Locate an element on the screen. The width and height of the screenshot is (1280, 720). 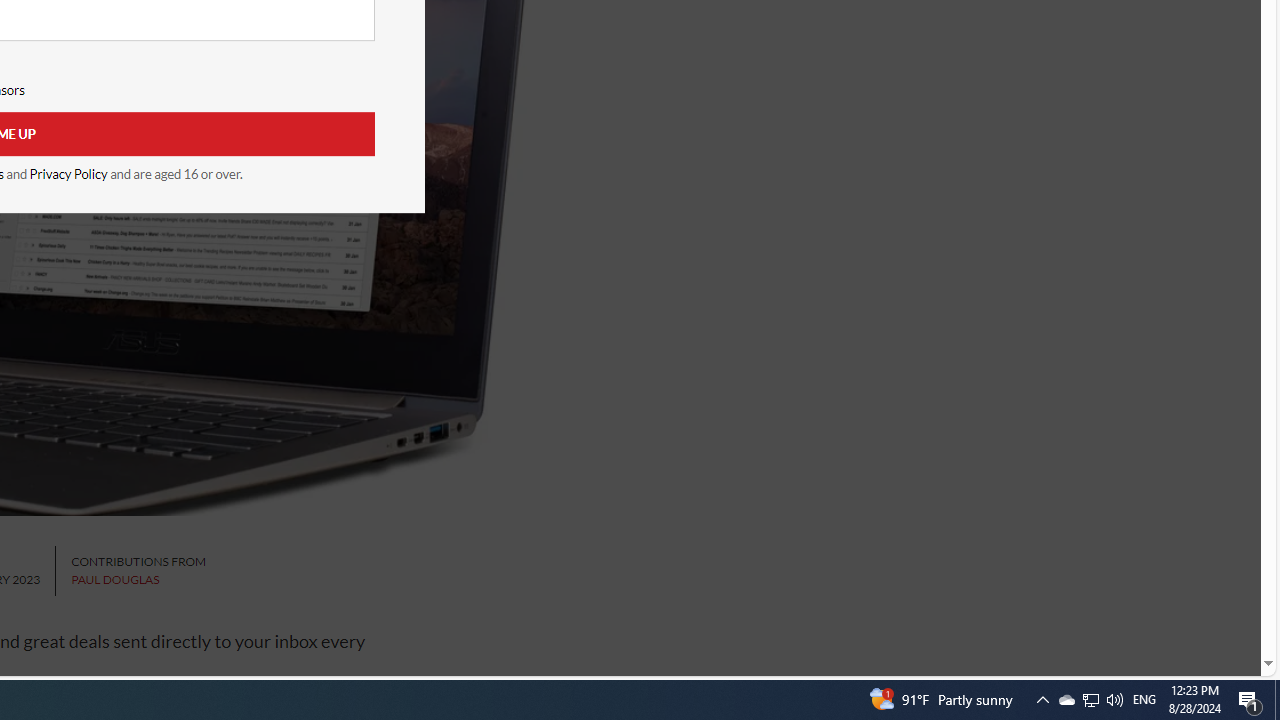
'PAUL DOUGLAS' is located at coordinates (114, 579).